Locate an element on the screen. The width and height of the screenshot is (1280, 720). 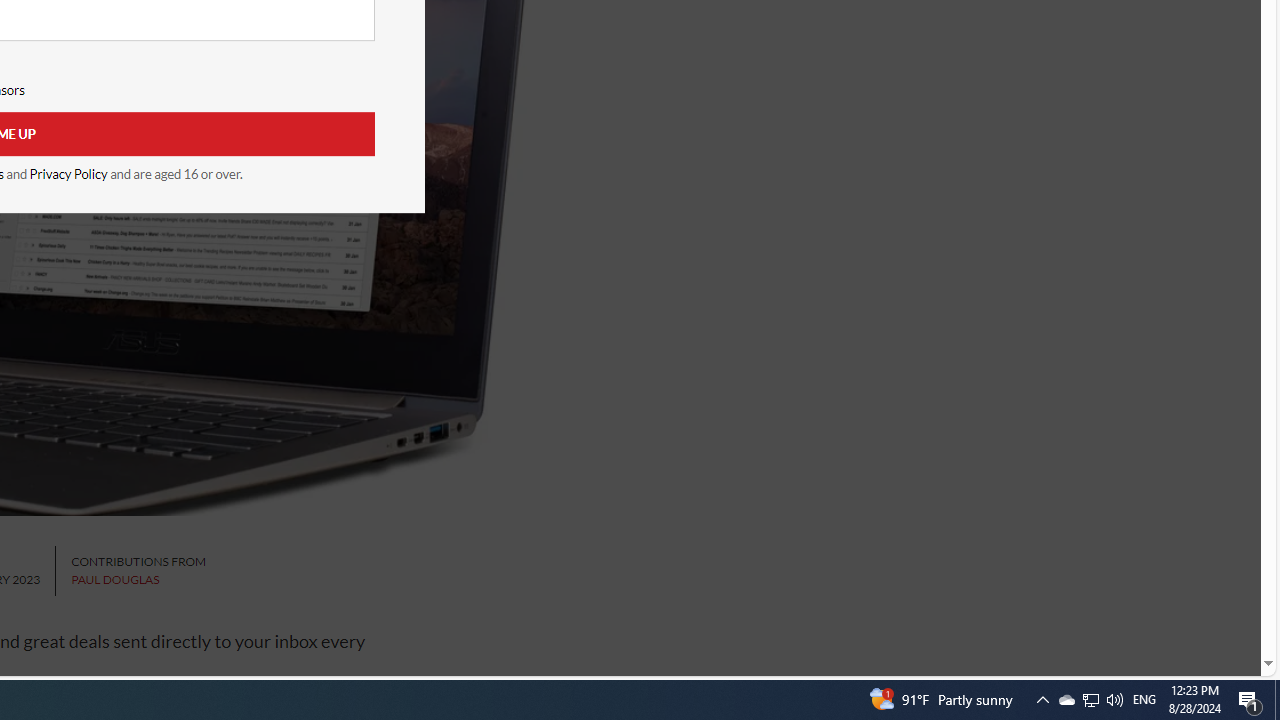
'PAUL DOUGLAS' is located at coordinates (114, 579).